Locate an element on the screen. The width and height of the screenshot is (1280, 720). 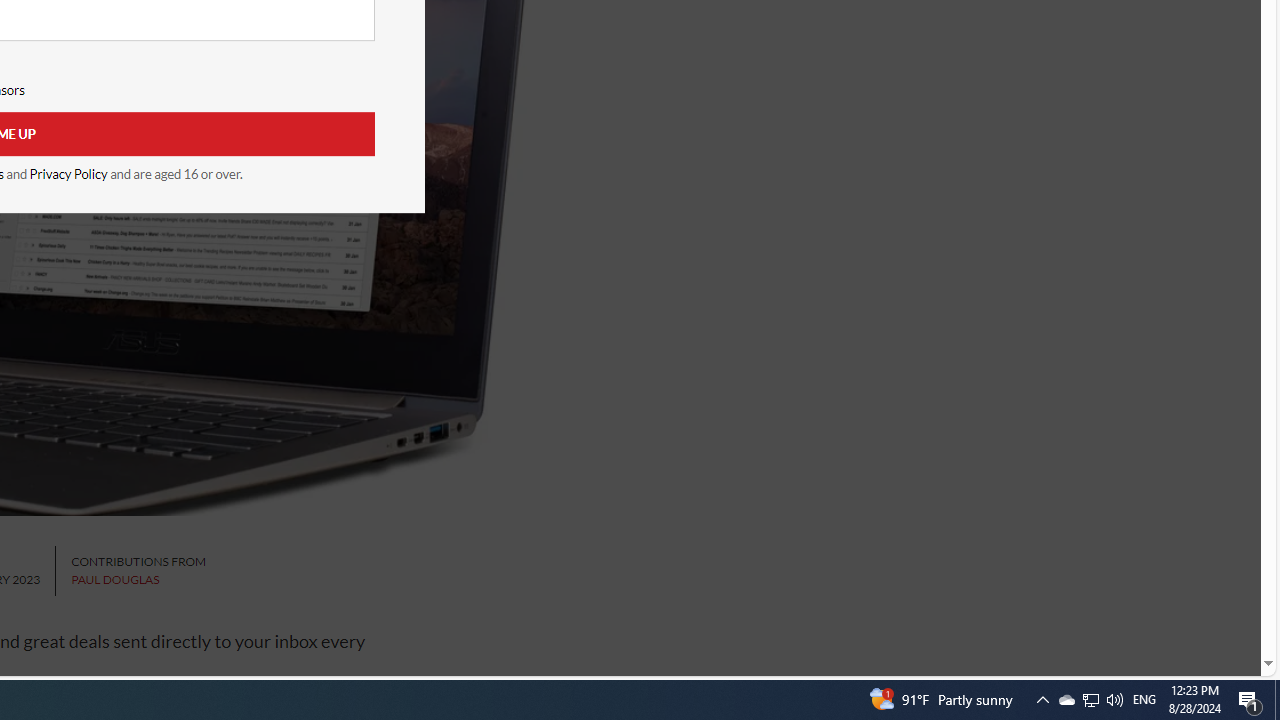
'PAUL DOUGLAS' is located at coordinates (114, 579).